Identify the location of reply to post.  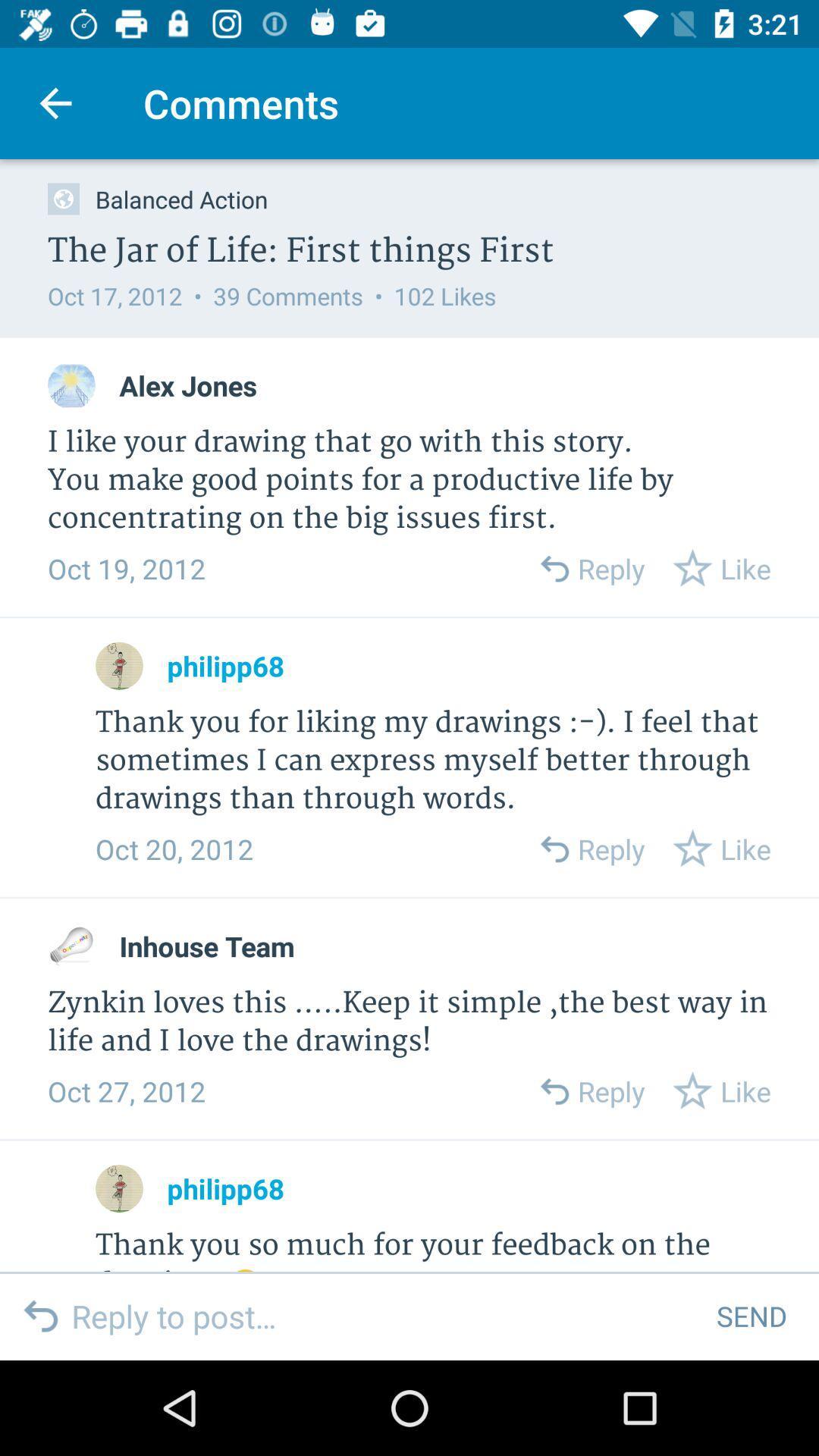
(381, 1315).